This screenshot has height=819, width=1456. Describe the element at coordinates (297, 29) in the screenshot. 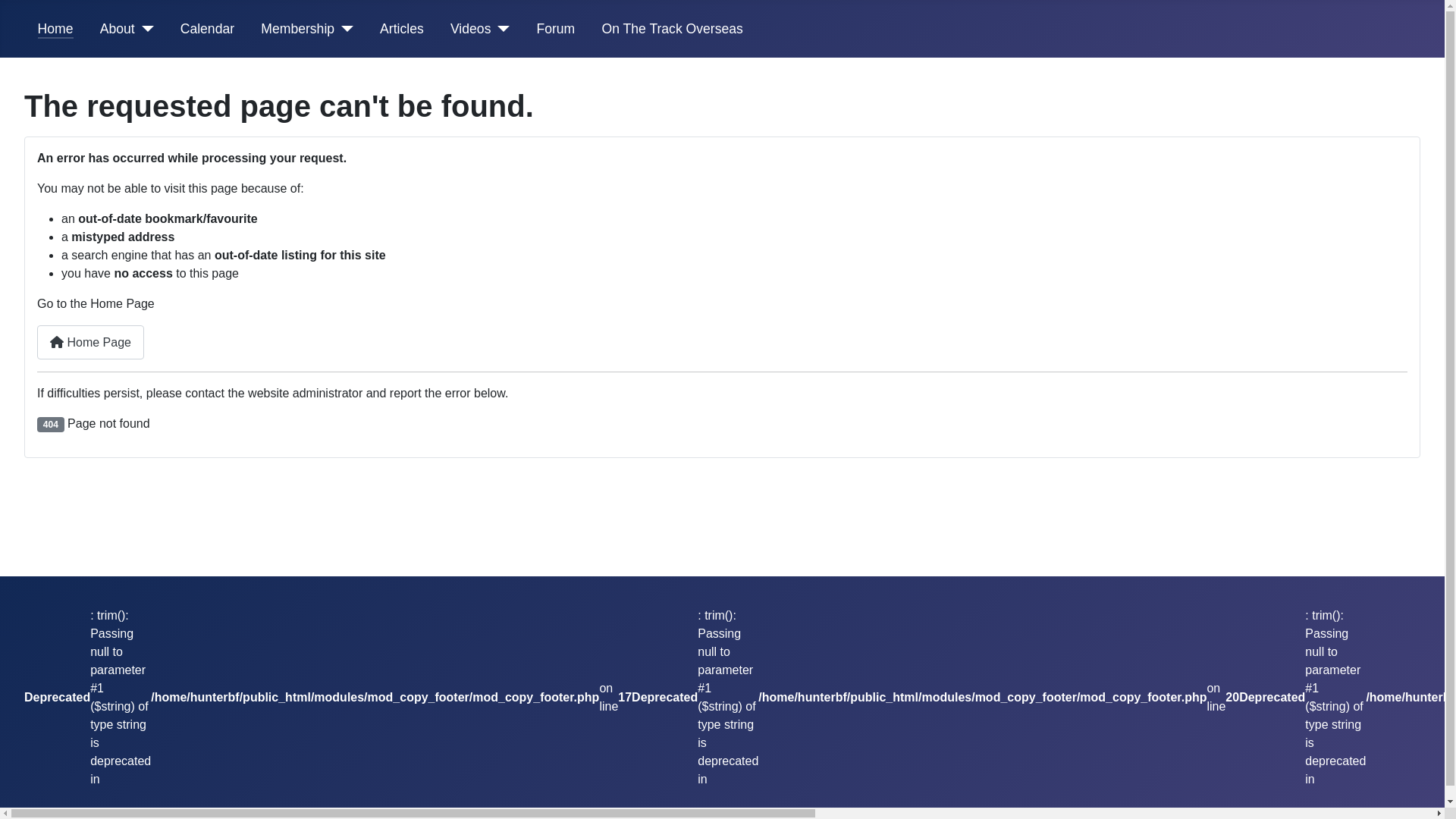

I see `'Membership'` at that location.